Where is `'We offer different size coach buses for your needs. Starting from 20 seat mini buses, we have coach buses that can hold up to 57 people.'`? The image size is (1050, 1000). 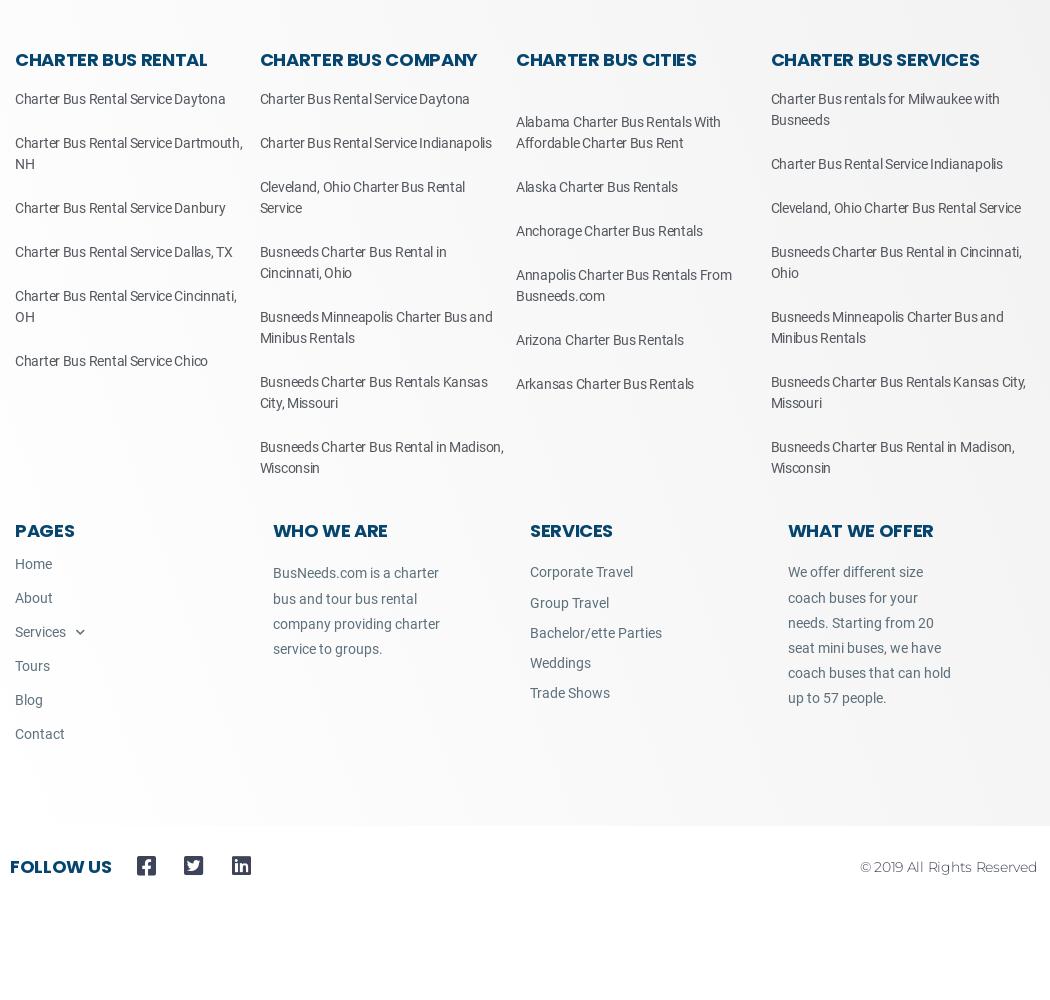
'We offer different size coach buses for your needs. Starting from 20 seat mini buses, we have coach buses that can hold up to 57 people.' is located at coordinates (867, 635).